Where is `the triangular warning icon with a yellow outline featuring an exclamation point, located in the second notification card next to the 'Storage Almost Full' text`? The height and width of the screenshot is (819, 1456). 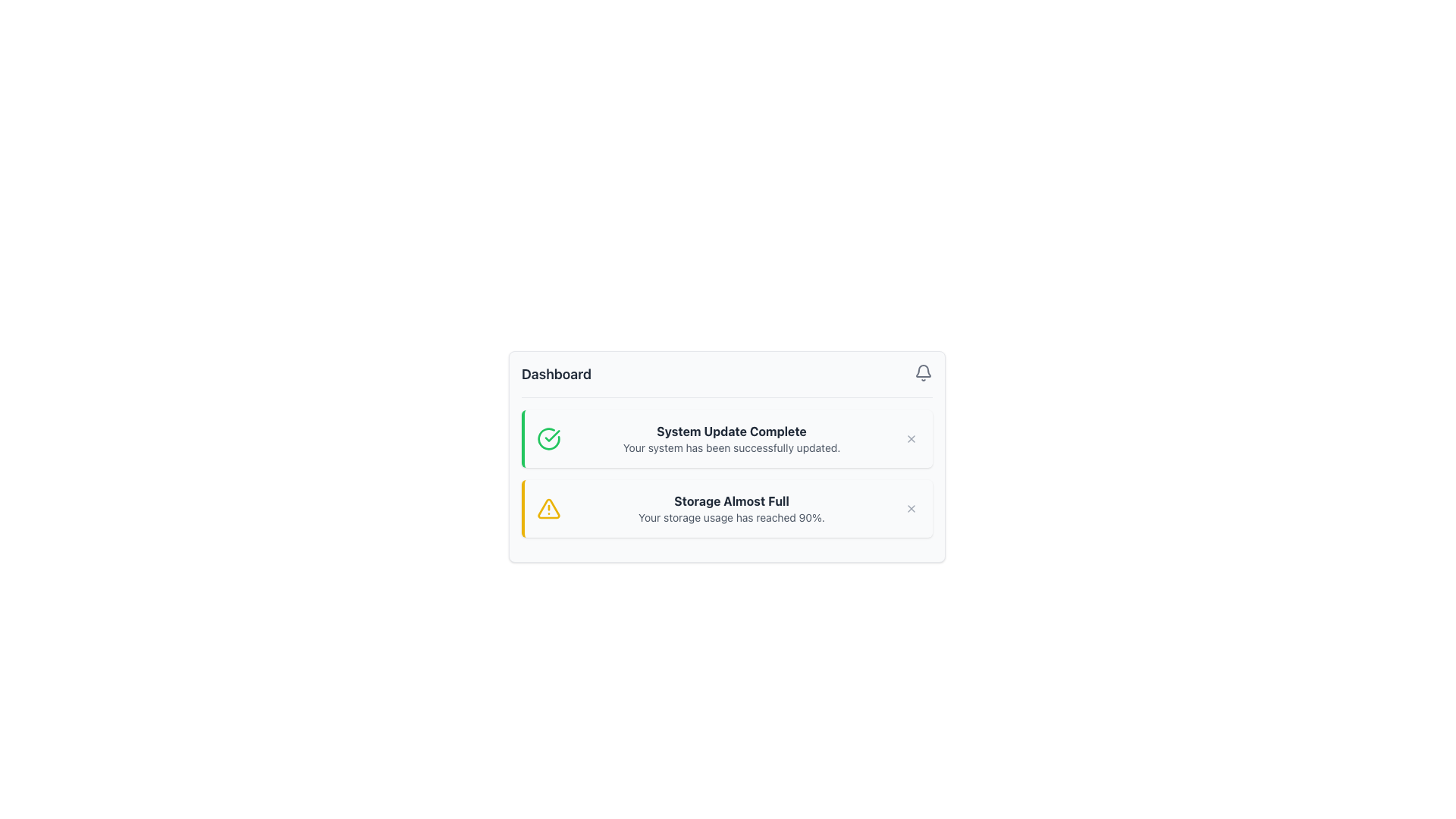
the triangular warning icon with a yellow outline featuring an exclamation point, located in the second notification card next to the 'Storage Almost Full' text is located at coordinates (548, 509).